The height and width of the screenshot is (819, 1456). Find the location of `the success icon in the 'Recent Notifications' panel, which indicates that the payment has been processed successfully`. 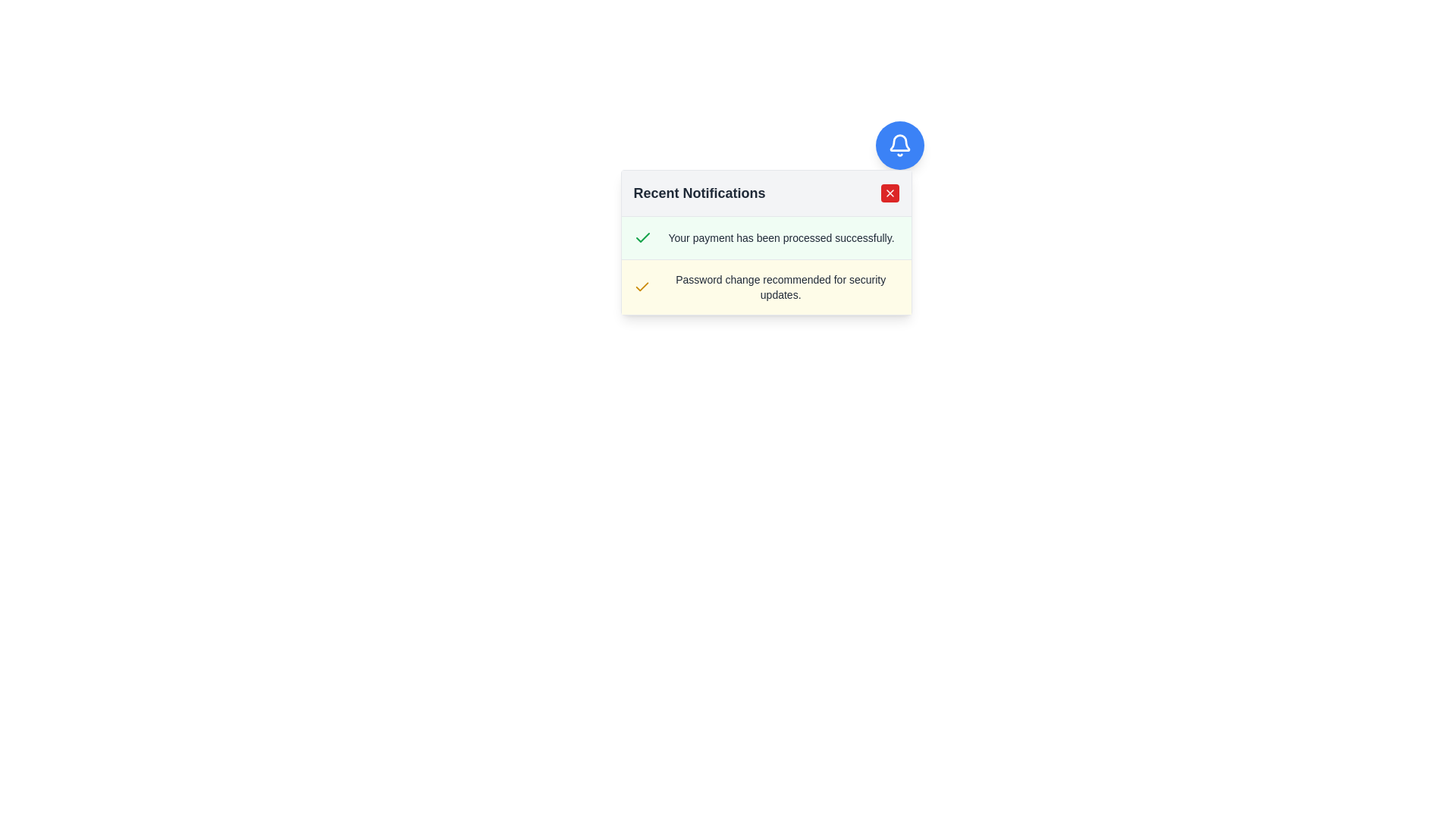

the success icon in the 'Recent Notifications' panel, which indicates that the payment has been processed successfully is located at coordinates (642, 237).